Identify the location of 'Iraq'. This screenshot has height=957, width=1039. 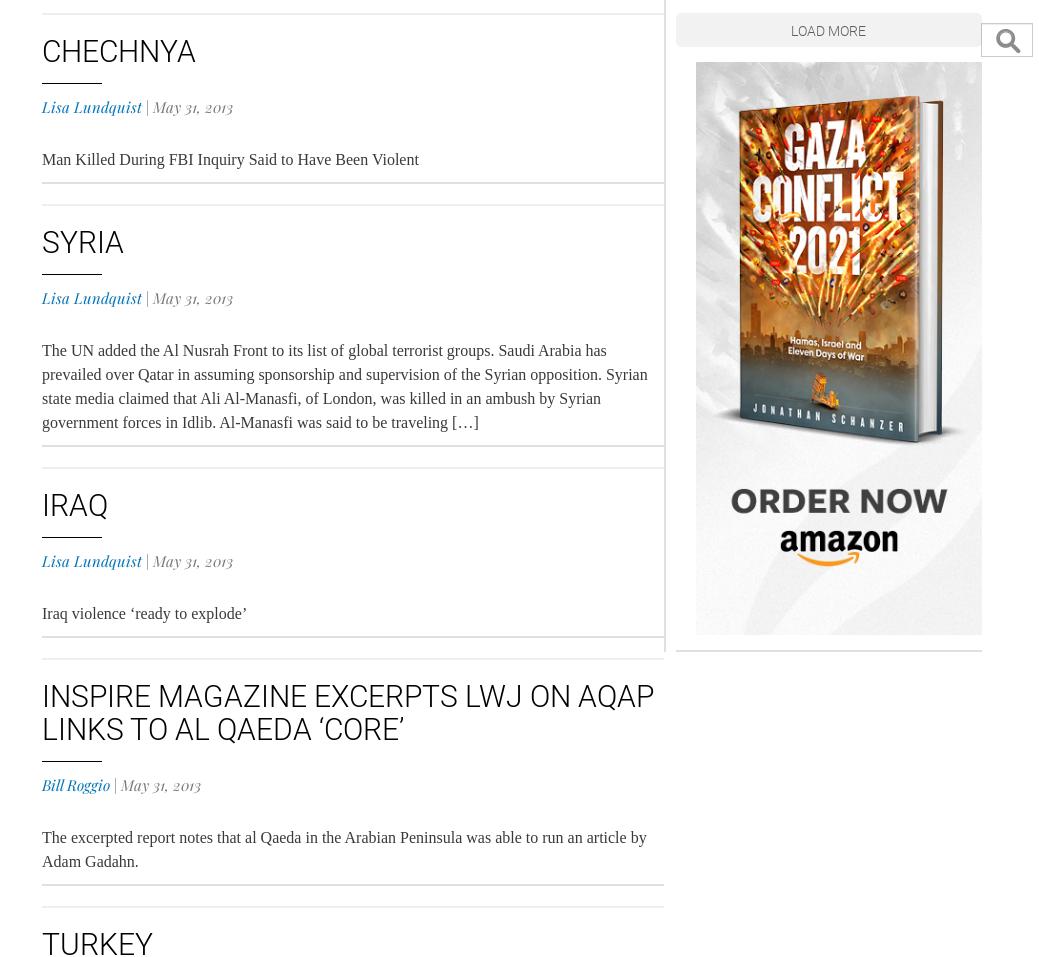
(40, 505).